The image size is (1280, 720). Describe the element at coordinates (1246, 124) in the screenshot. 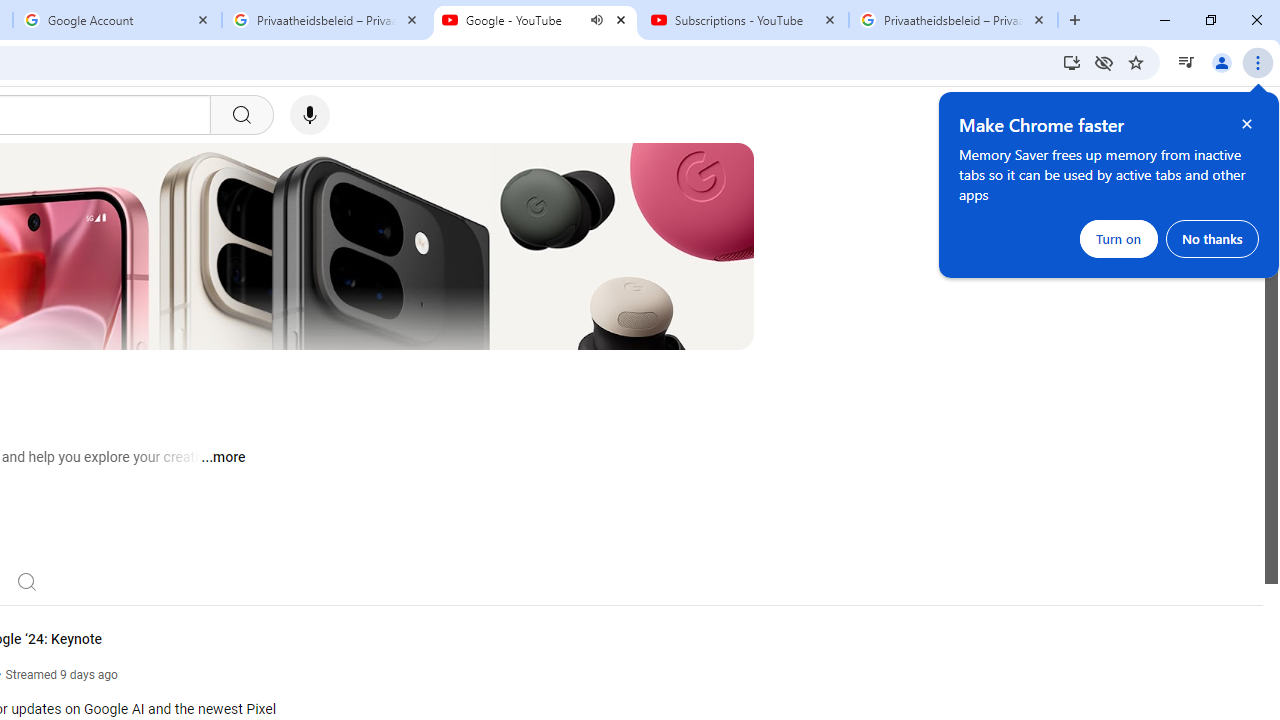

I see `'Close help bubble'` at that location.